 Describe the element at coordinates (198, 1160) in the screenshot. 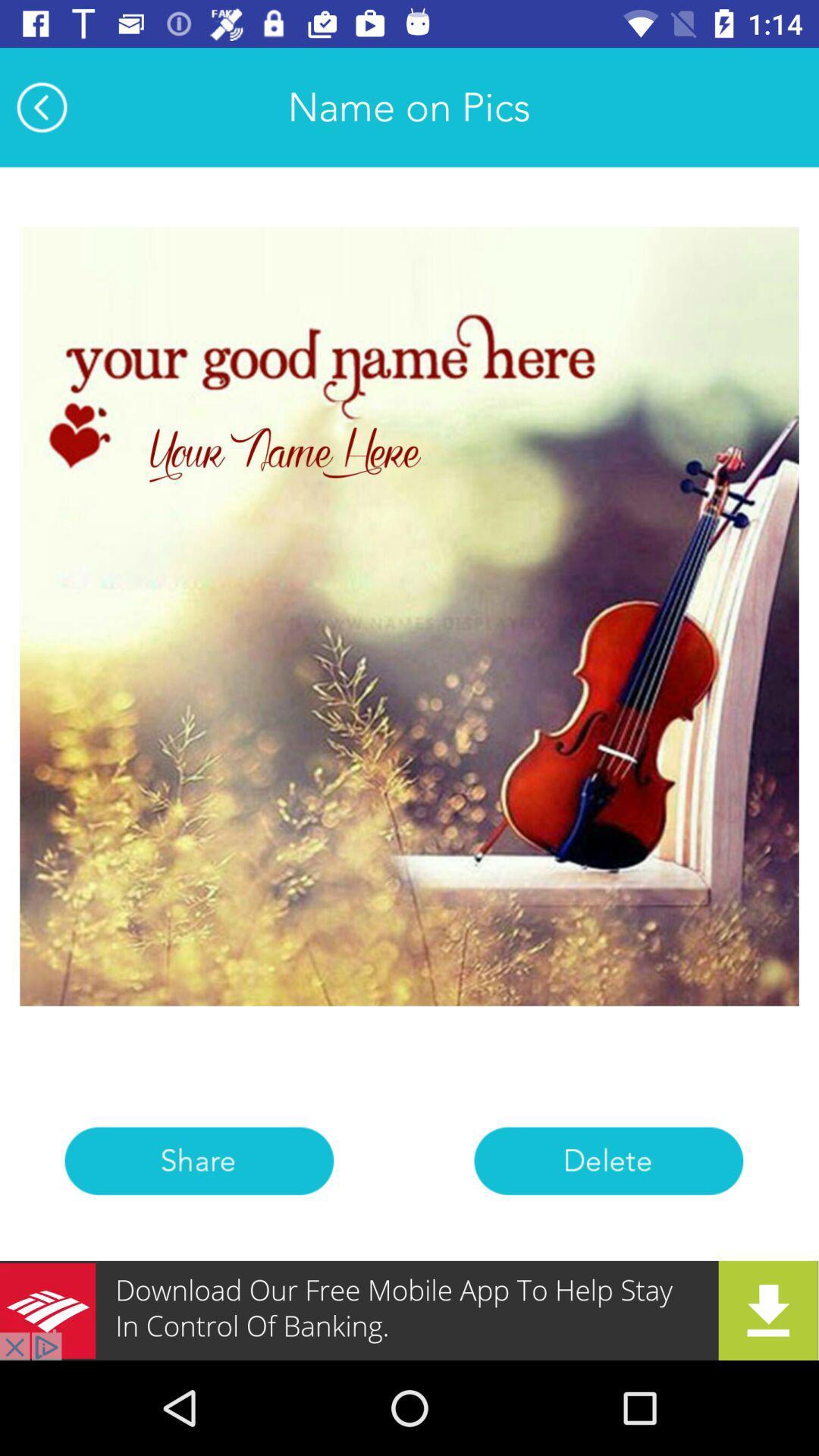

I see `share the article` at that location.